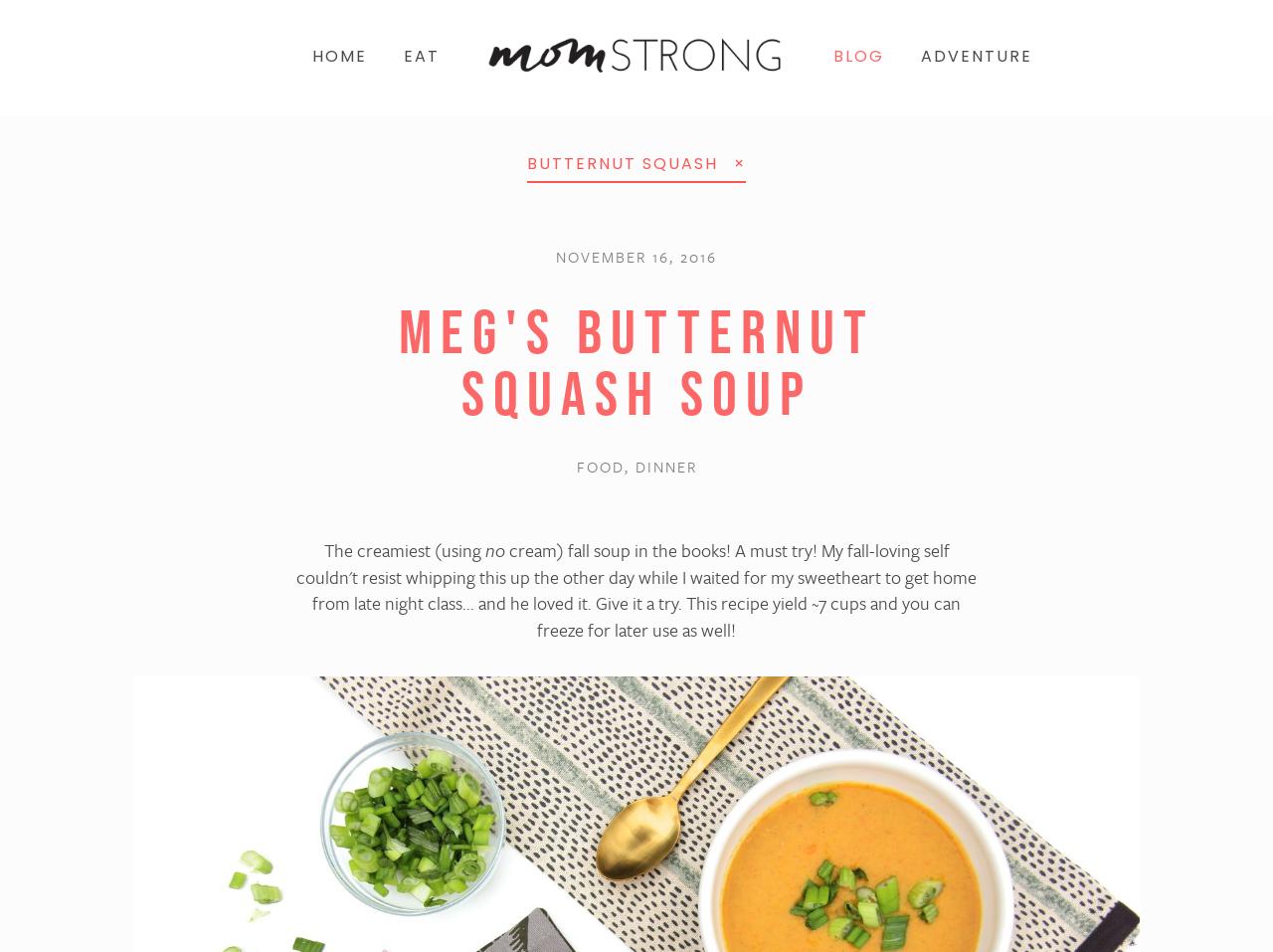 This screenshot has width=1273, height=952. What do you see at coordinates (494, 548) in the screenshot?
I see `'no'` at bounding box center [494, 548].